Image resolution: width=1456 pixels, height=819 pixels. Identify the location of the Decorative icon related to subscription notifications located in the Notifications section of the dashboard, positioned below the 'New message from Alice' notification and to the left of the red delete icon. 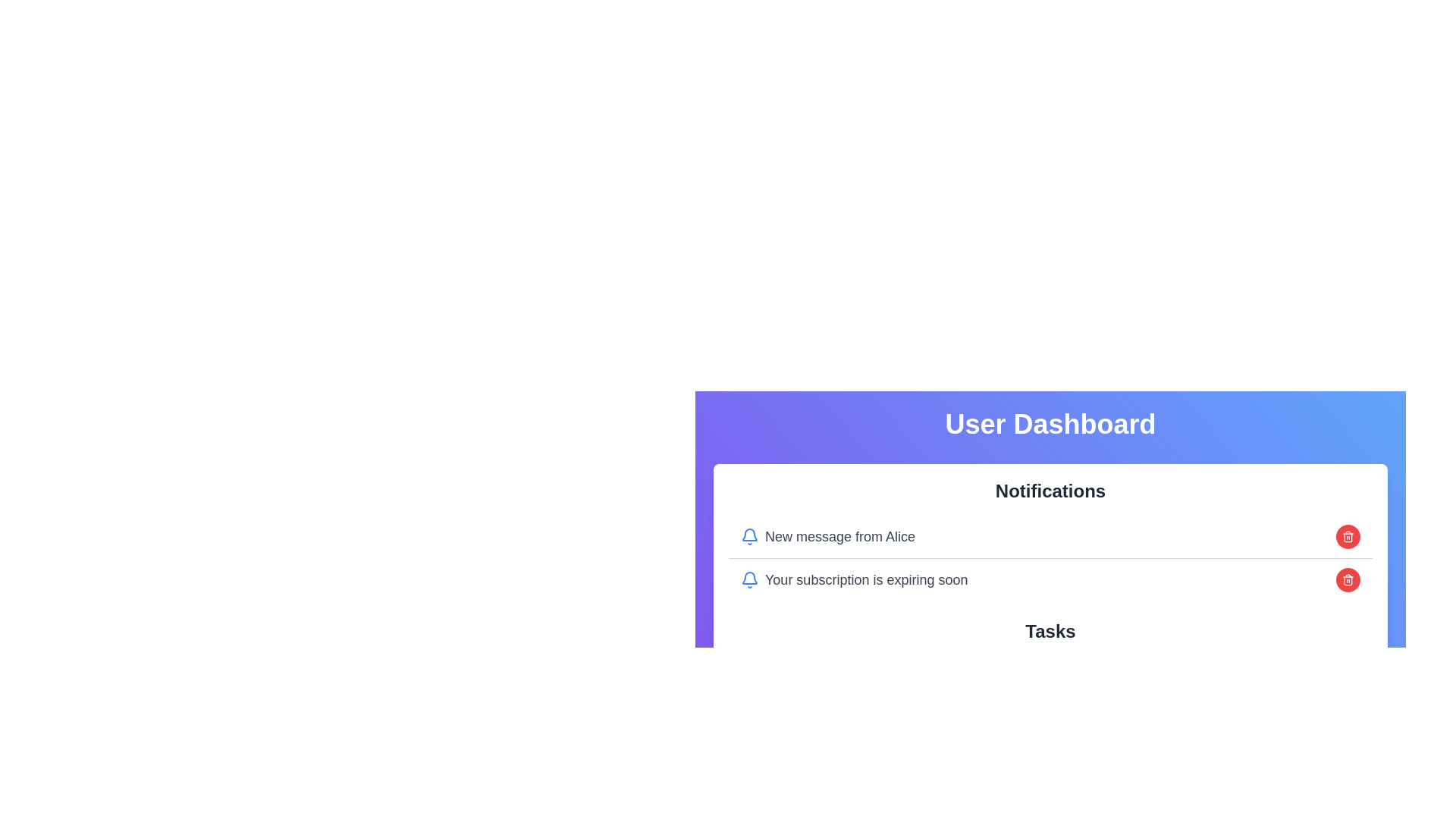
(749, 578).